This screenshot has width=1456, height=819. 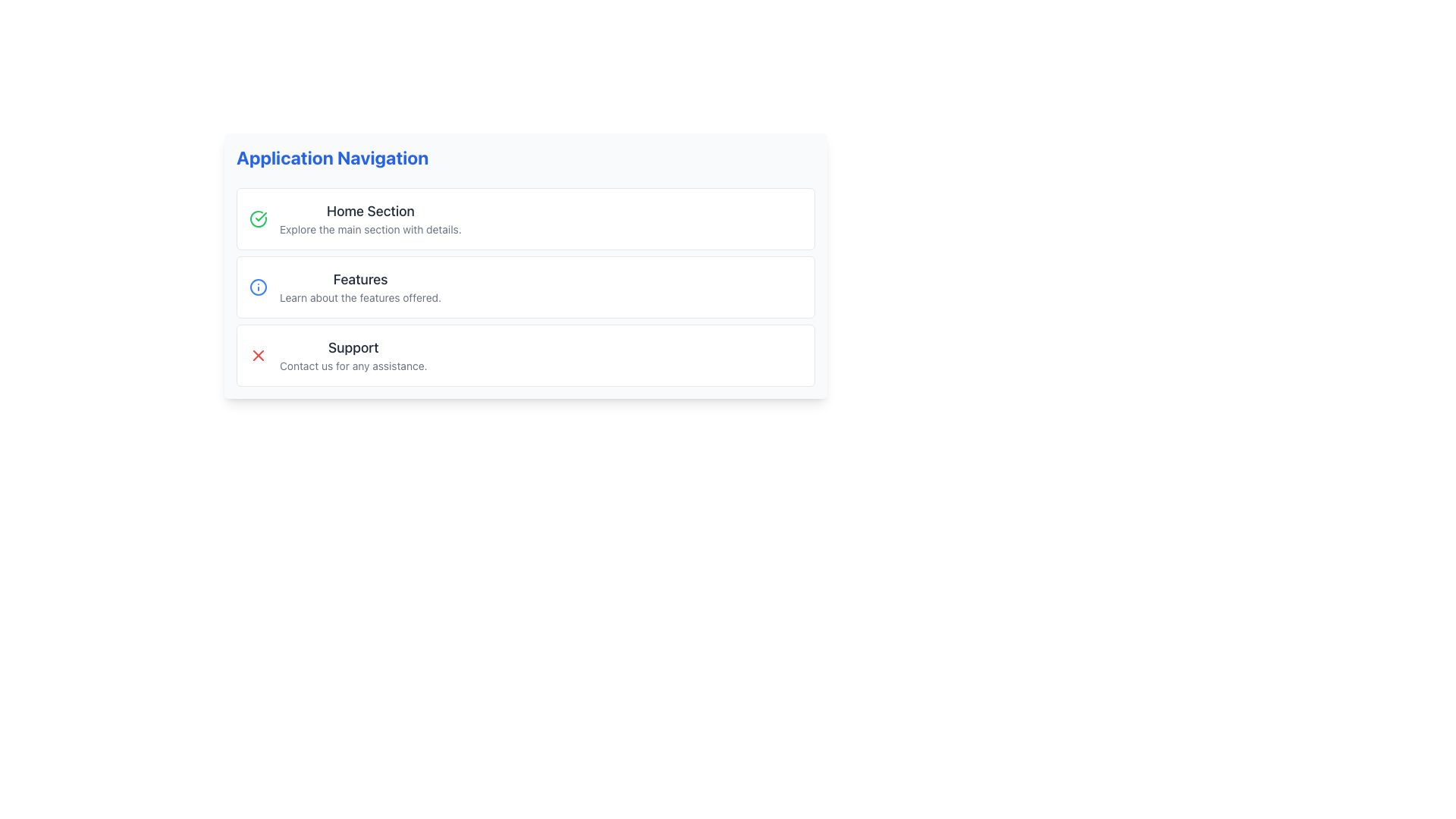 I want to click on informative content in the second section of the interface that describes the application's features, so click(x=526, y=265).